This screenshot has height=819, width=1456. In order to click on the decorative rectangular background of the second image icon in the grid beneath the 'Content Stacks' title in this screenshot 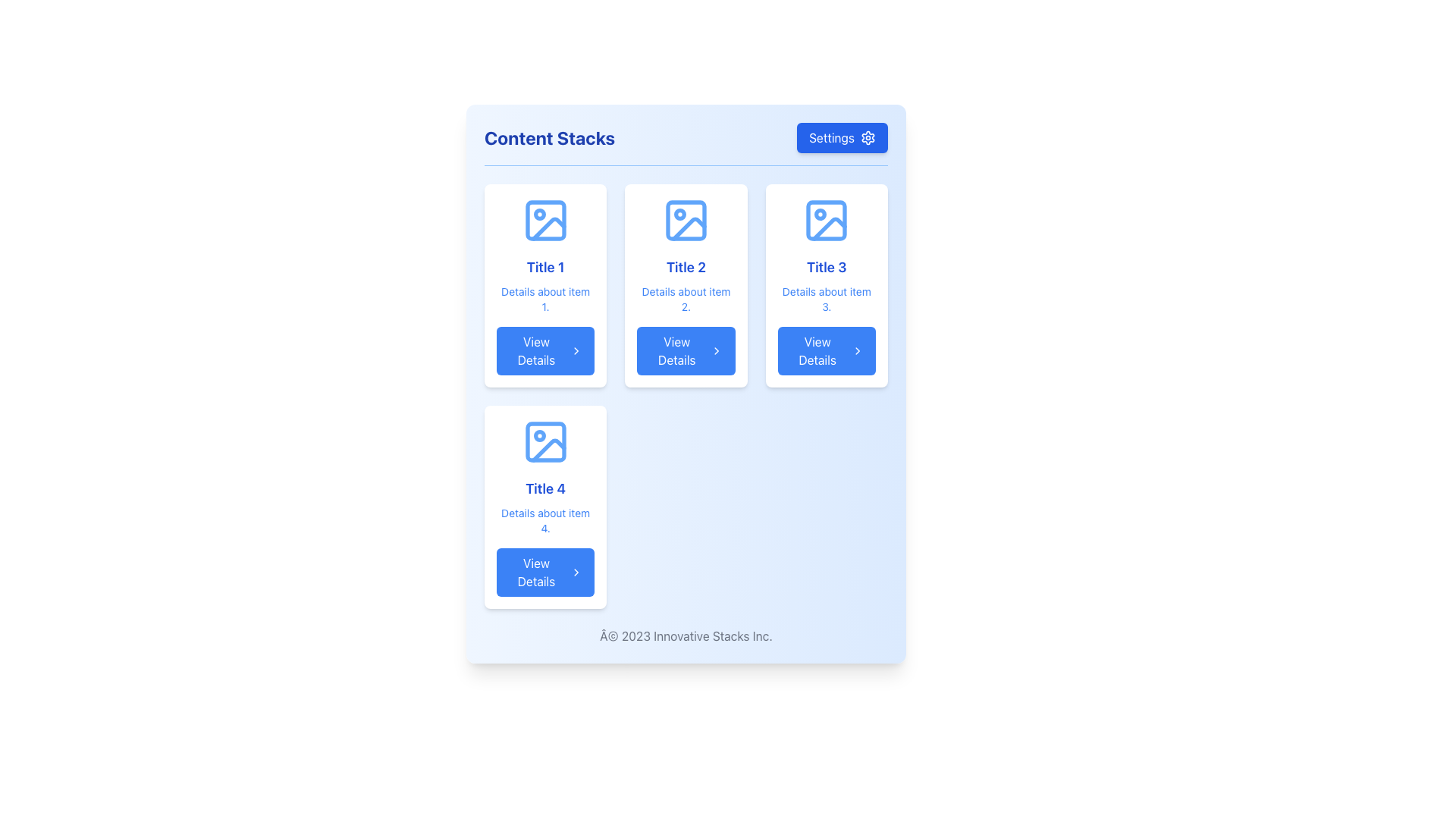, I will do `click(685, 220)`.